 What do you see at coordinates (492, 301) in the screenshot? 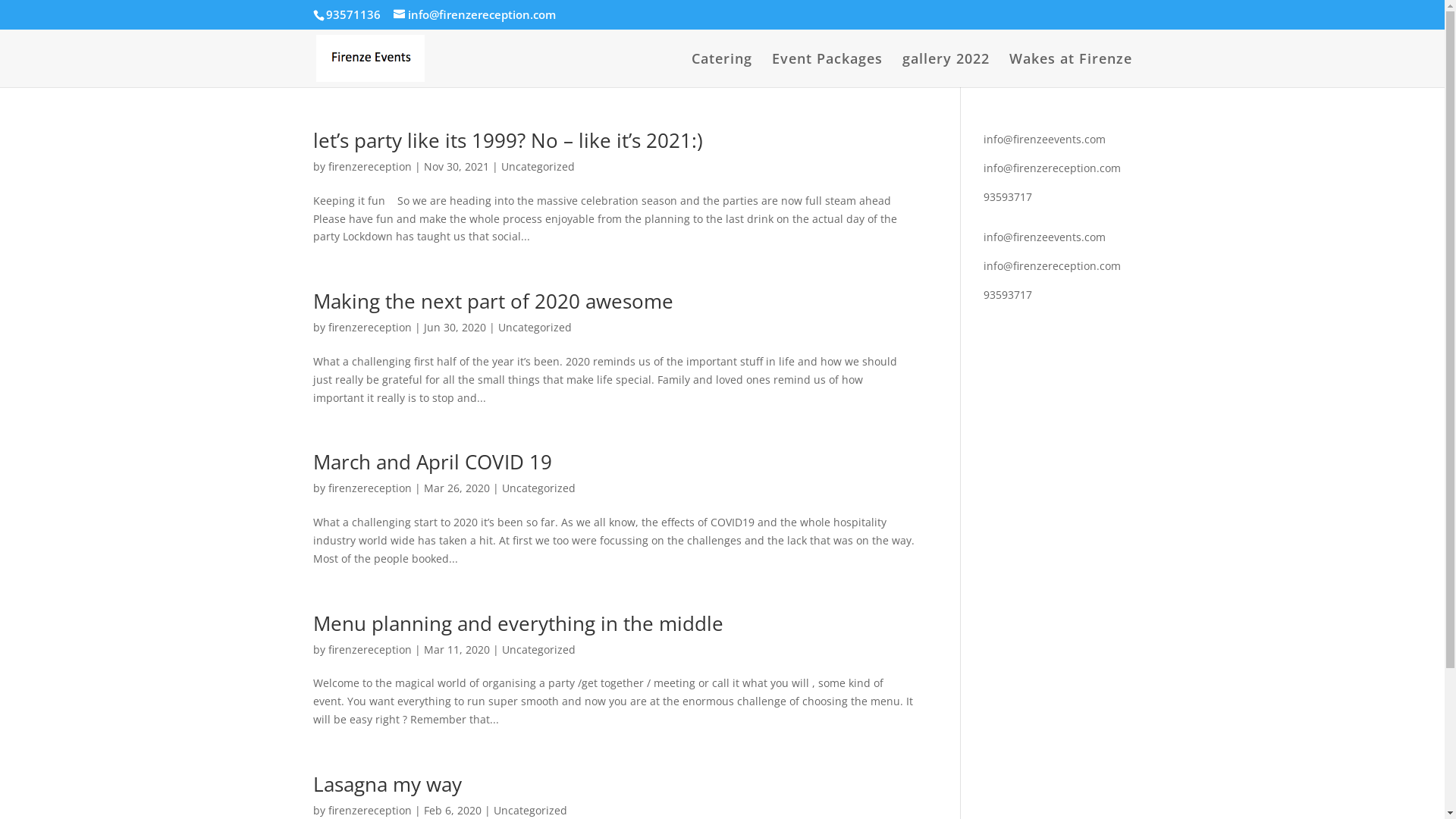
I see `'Making the next part of 2020 awesome'` at bounding box center [492, 301].